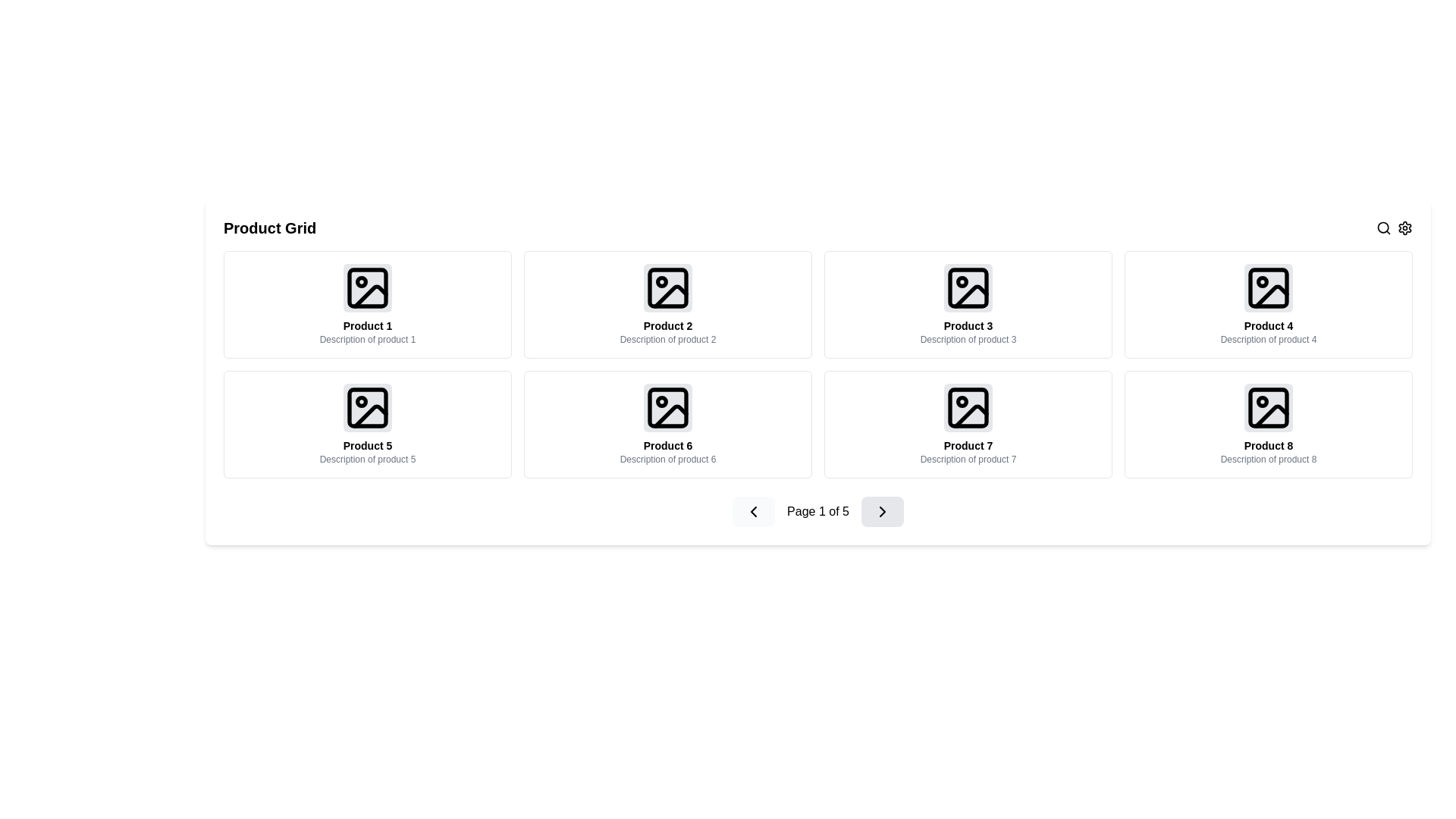 This screenshot has width=1456, height=819. What do you see at coordinates (367, 338) in the screenshot?
I see `the Text Label located beneath the heading 'Product 1' and the central image of the first product card in the grid layout` at bounding box center [367, 338].